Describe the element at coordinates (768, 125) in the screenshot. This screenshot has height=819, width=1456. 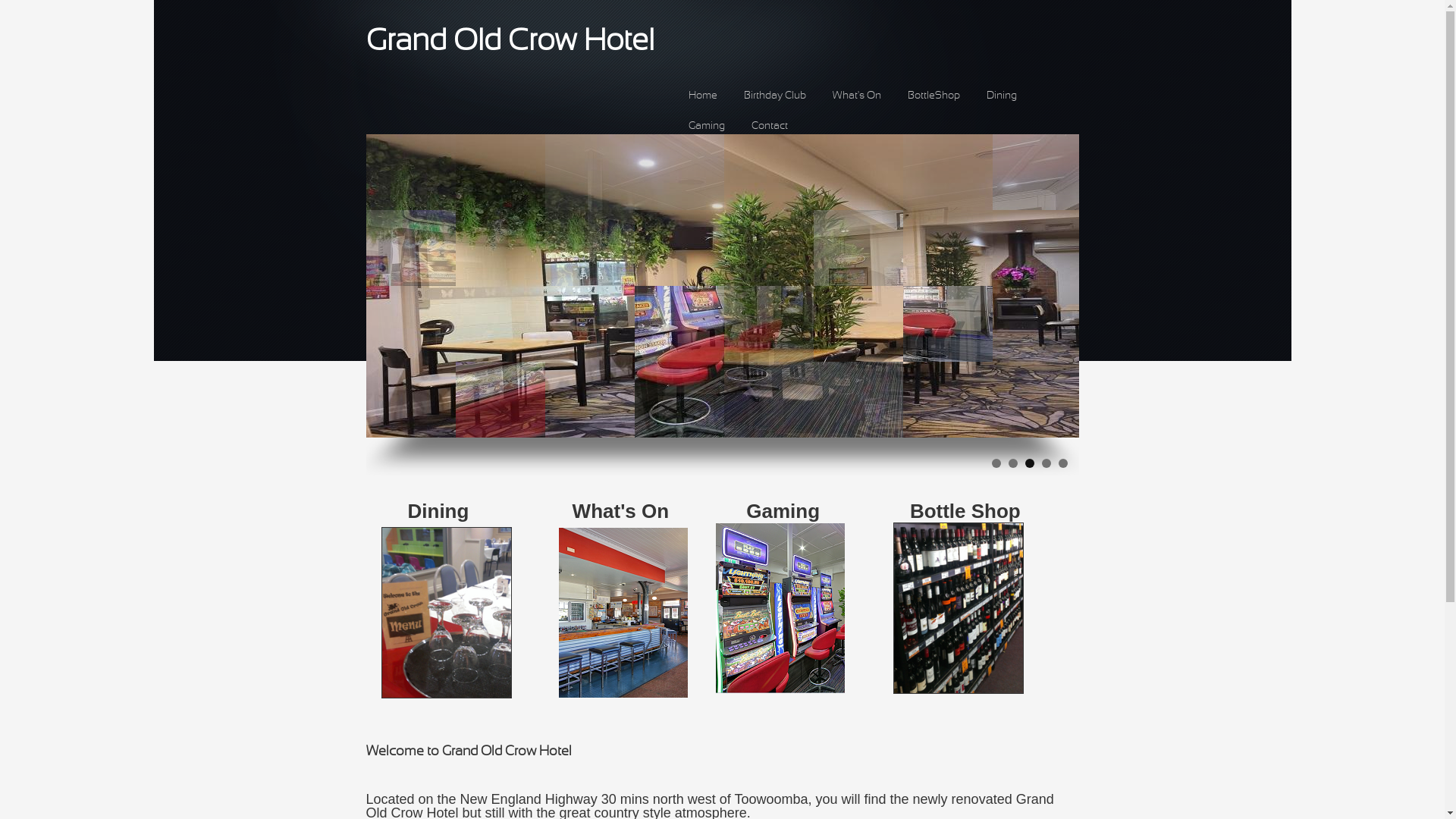
I see `'Contact'` at that location.